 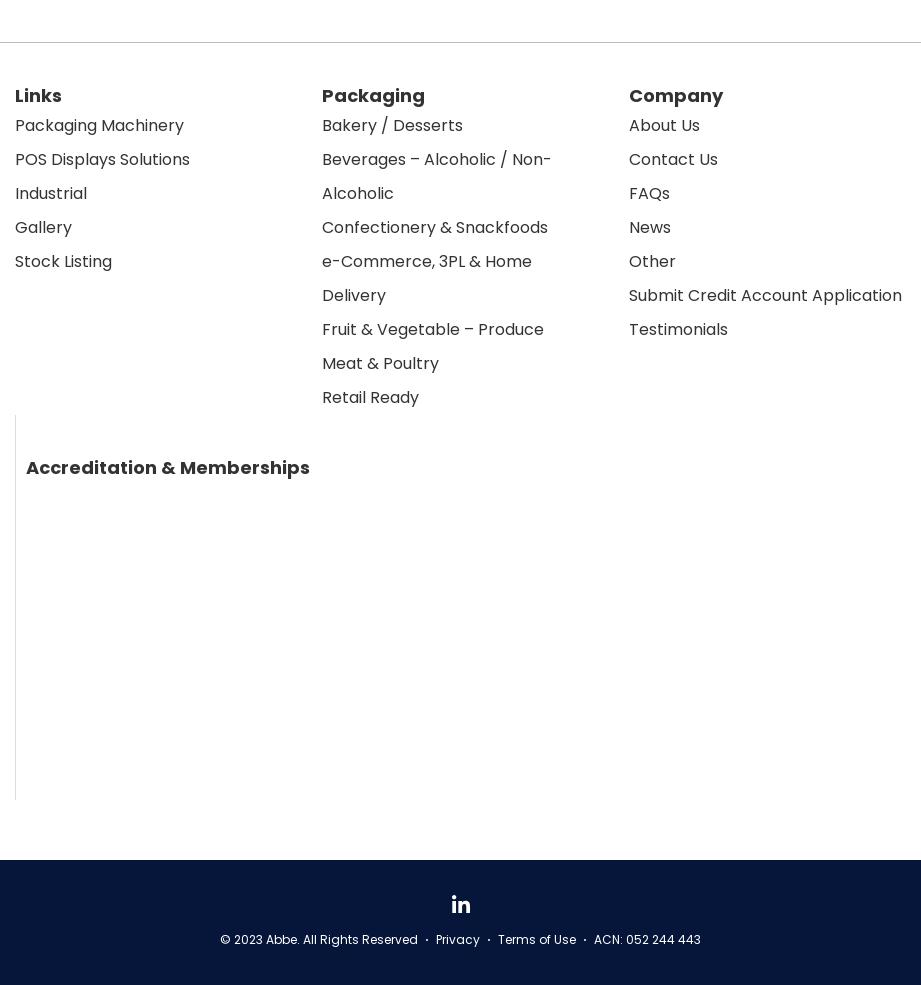 I want to click on 'Confectionery & Snackfoods', so click(x=433, y=225).